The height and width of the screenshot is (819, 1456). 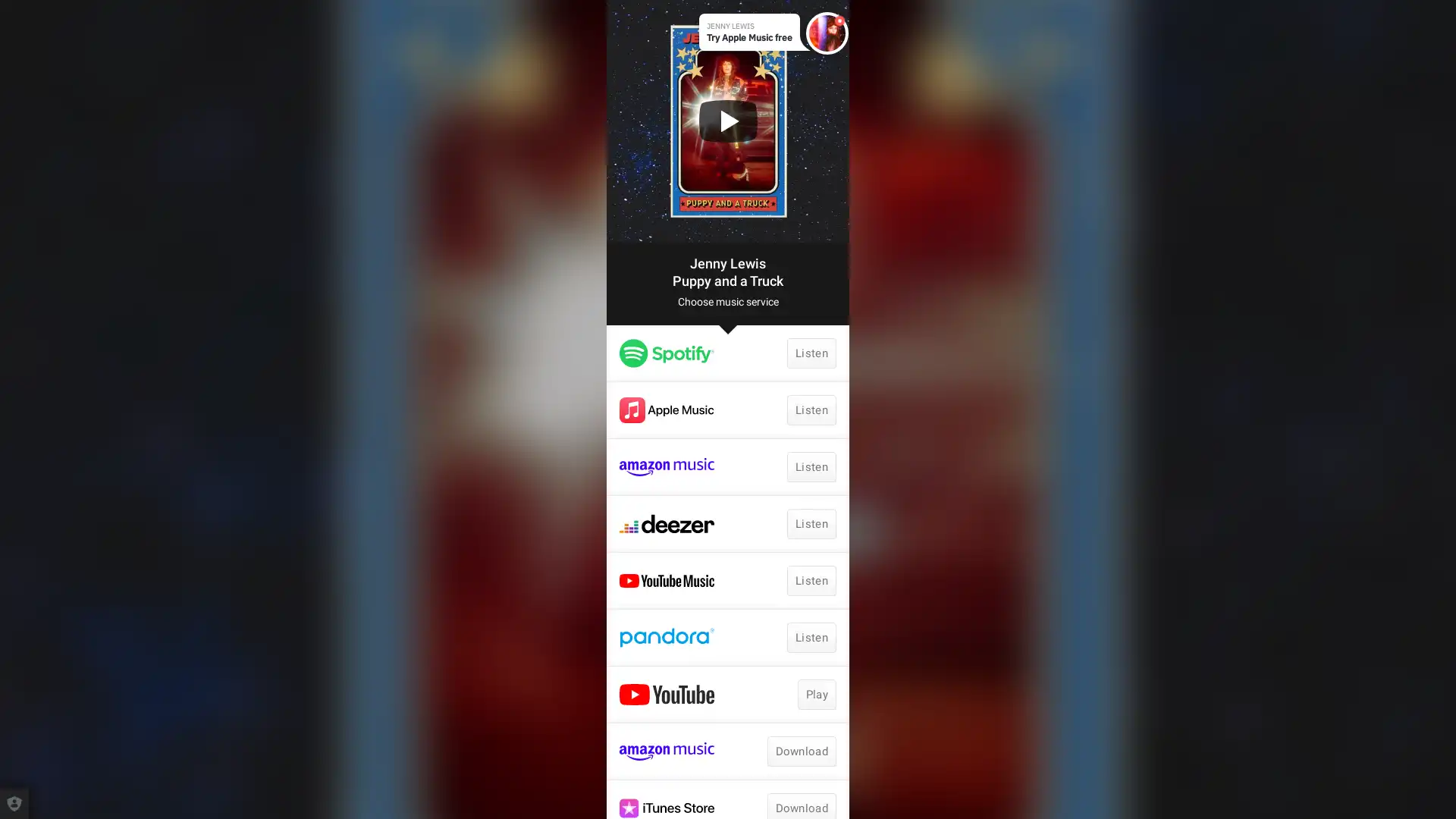 I want to click on Download, so click(x=800, y=752).